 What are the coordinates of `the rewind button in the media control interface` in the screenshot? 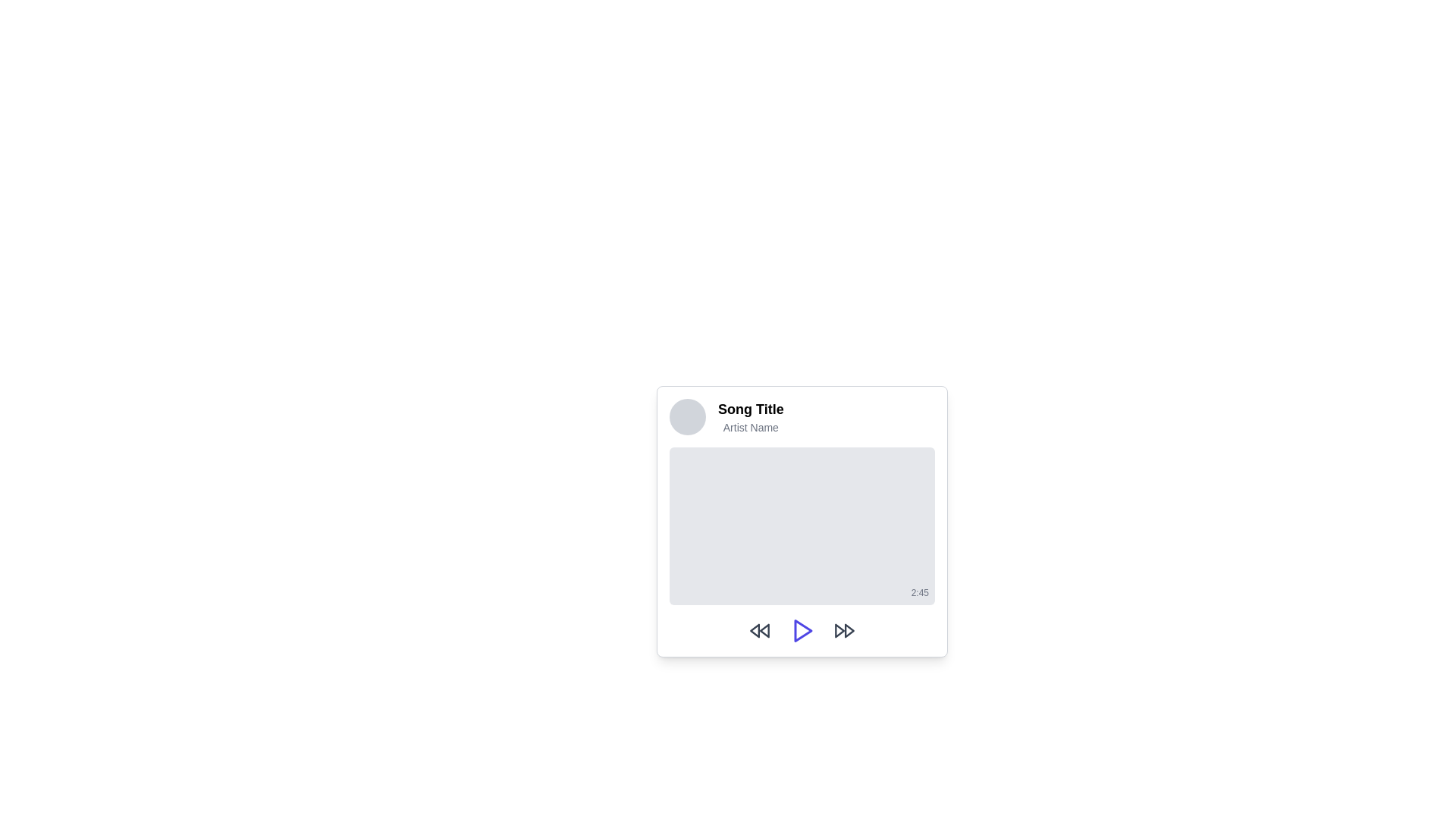 It's located at (760, 631).